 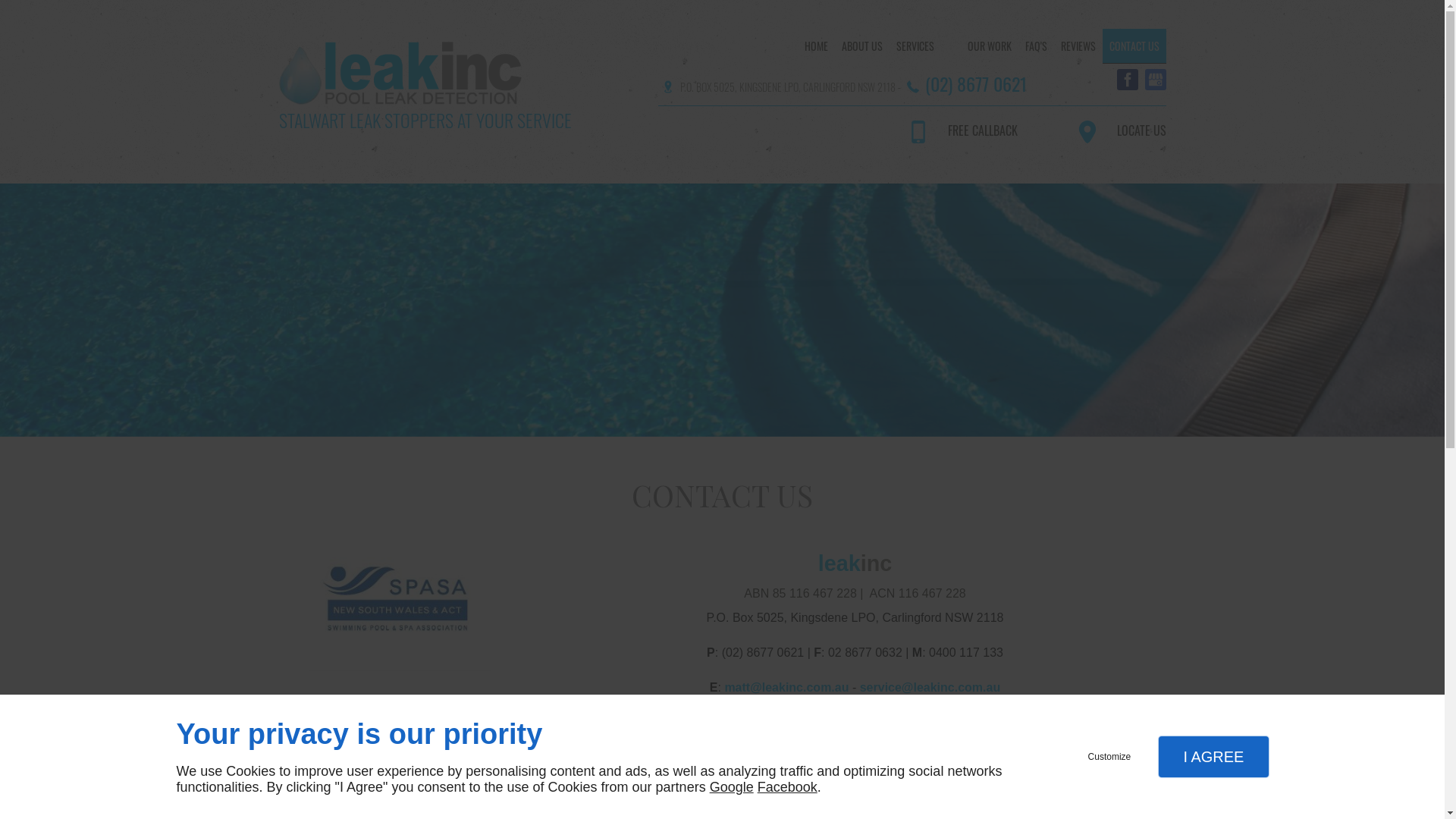 I want to click on 'LOCATE US', so click(x=1113, y=130).